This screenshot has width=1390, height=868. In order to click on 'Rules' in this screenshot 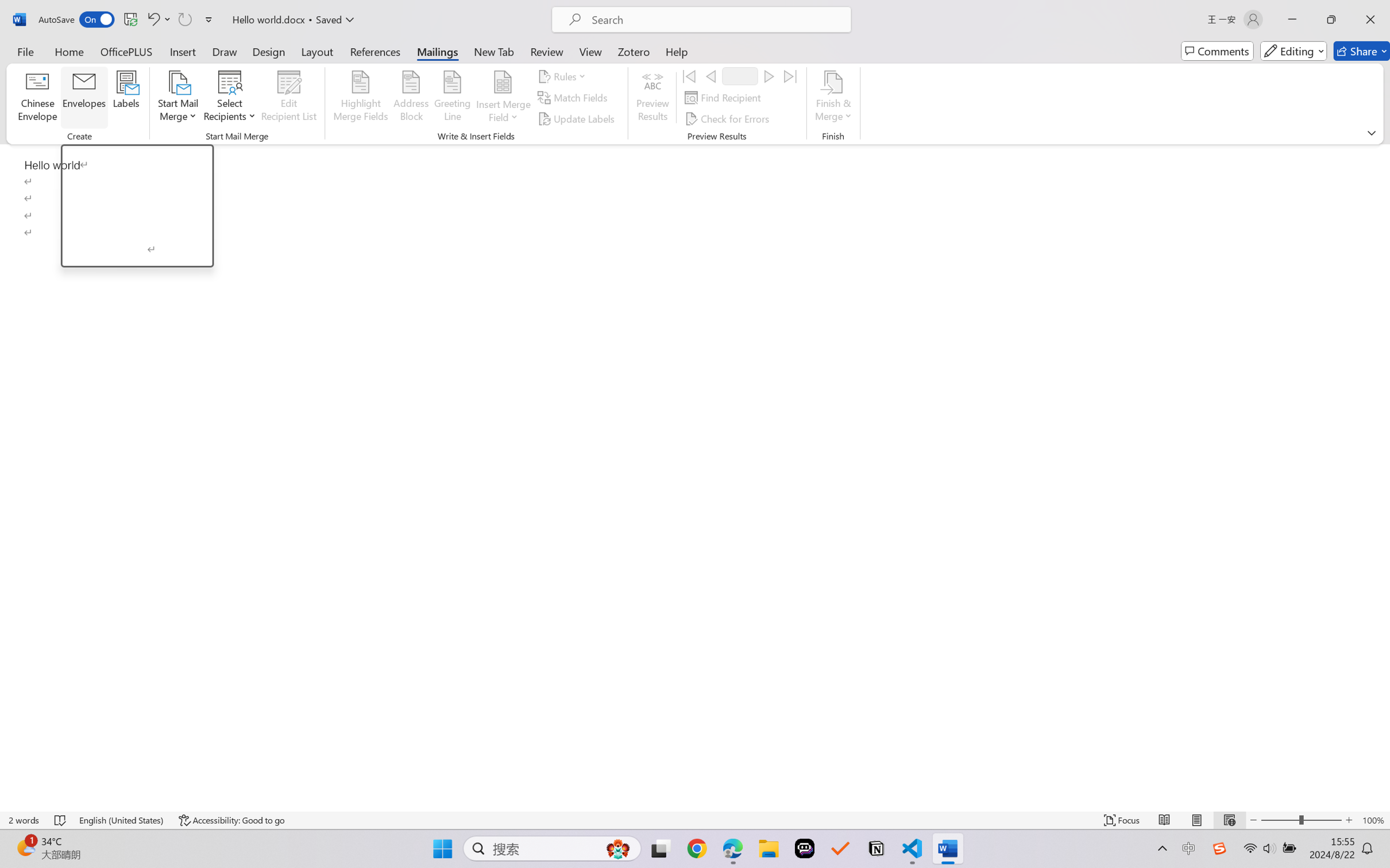, I will do `click(563, 75)`.